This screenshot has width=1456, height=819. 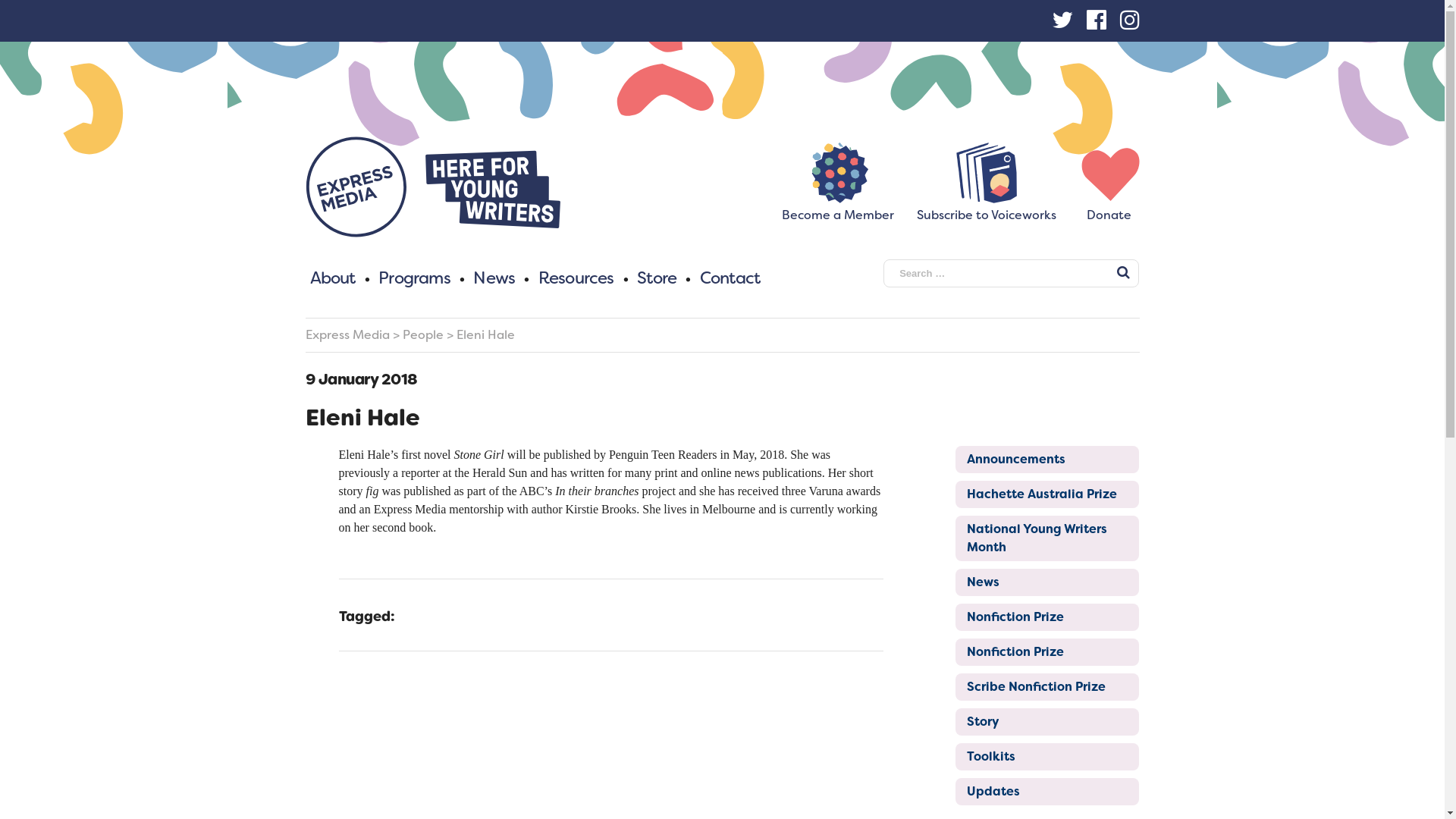 What do you see at coordinates (730, 278) in the screenshot?
I see `'Contact'` at bounding box center [730, 278].